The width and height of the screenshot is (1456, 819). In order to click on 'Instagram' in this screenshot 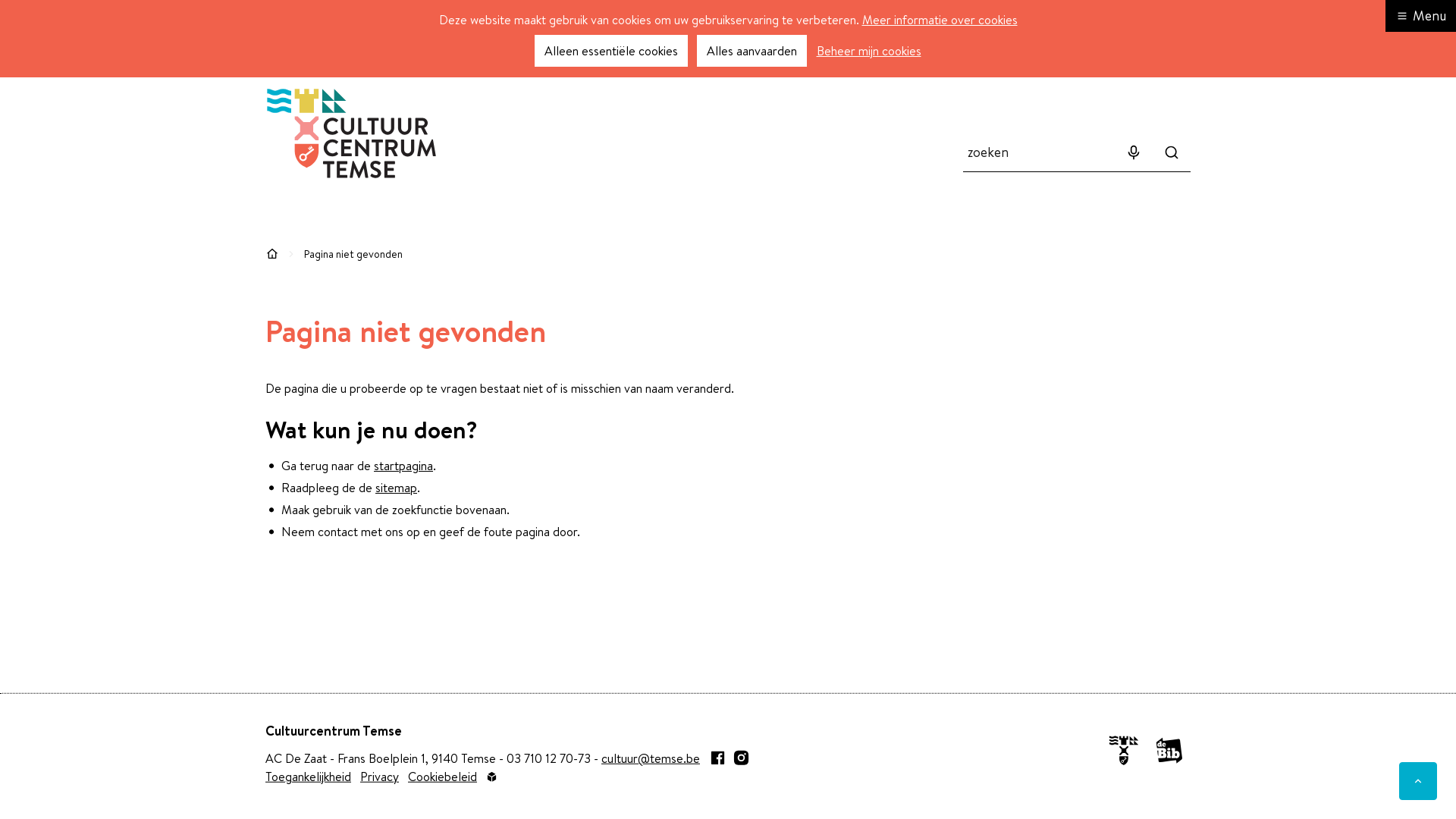, I will do `click(741, 758)`.